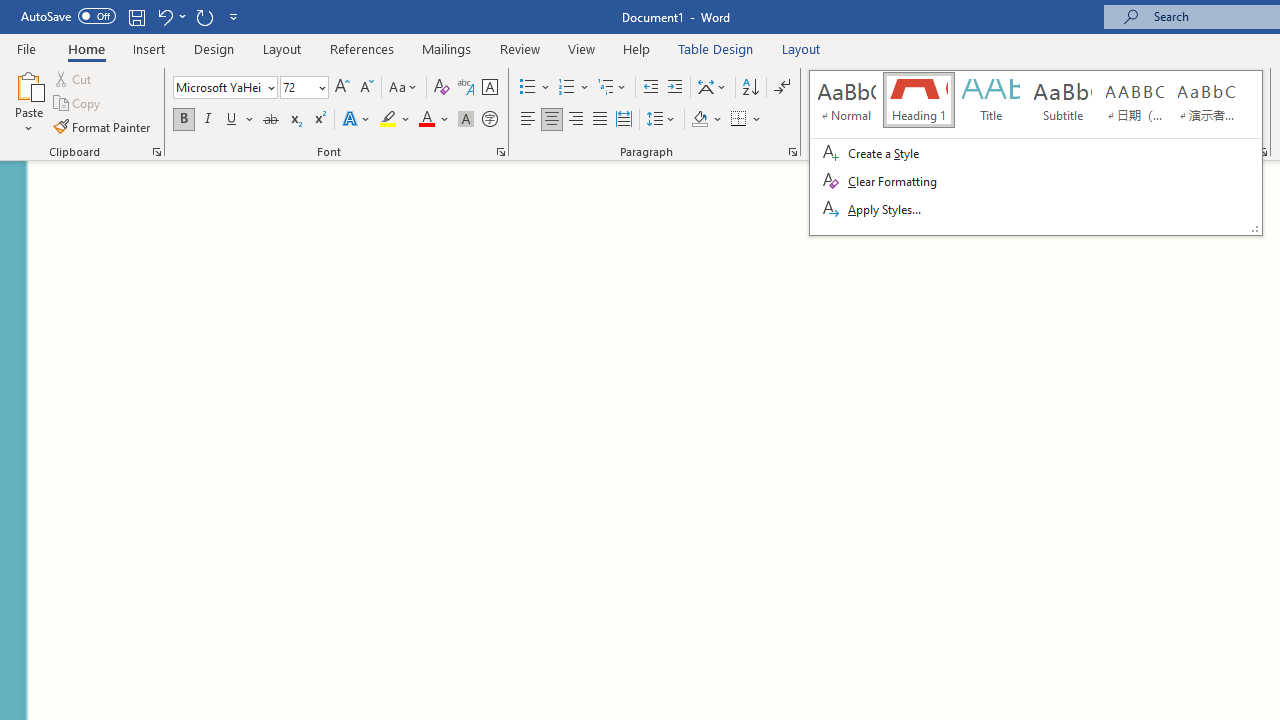  Describe the element at coordinates (366, 86) in the screenshot. I see `'Shrink Font'` at that location.